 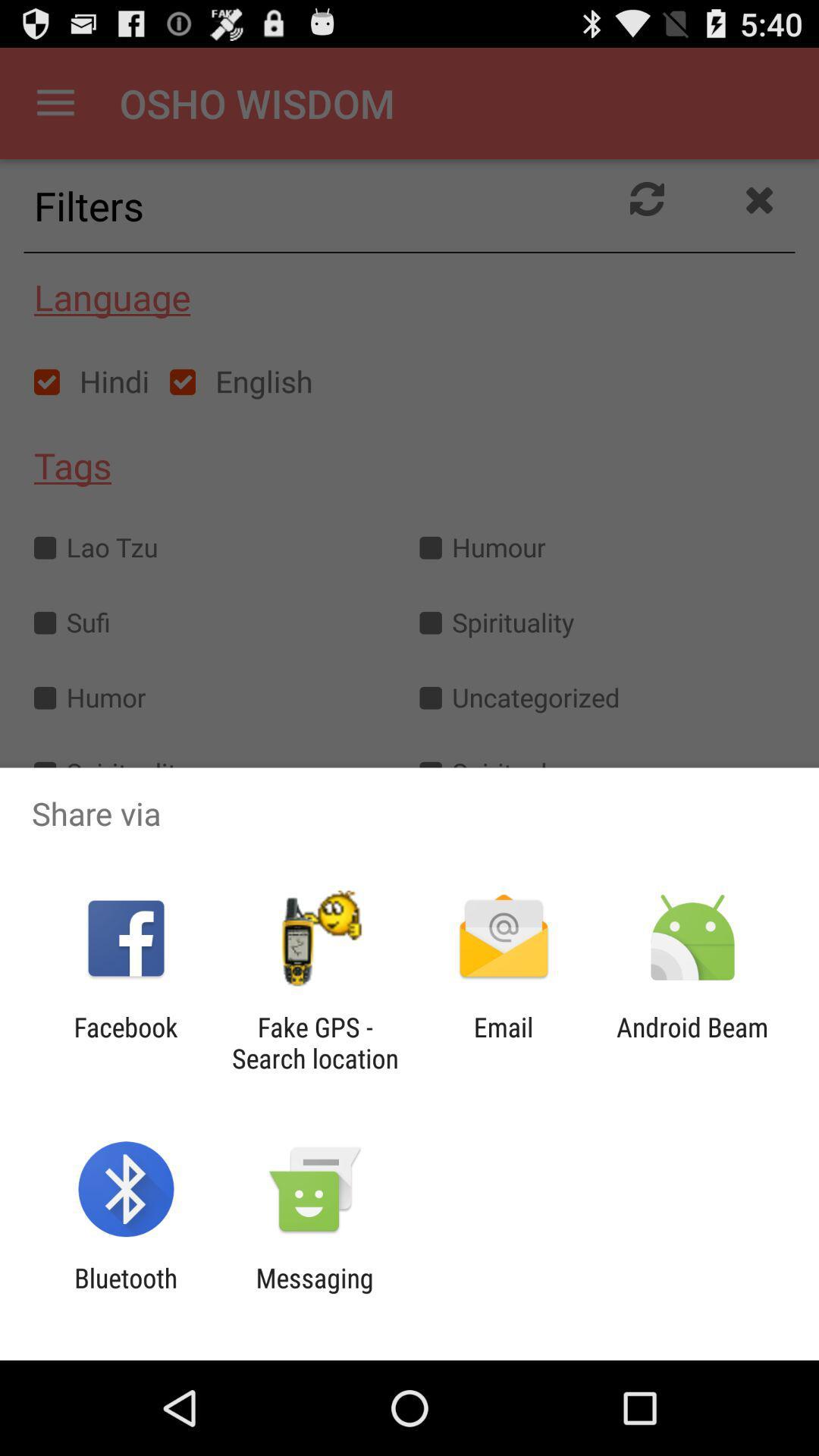 What do you see at coordinates (692, 1042) in the screenshot?
I see `app next to email icon` at bounding box center [692, 1042].